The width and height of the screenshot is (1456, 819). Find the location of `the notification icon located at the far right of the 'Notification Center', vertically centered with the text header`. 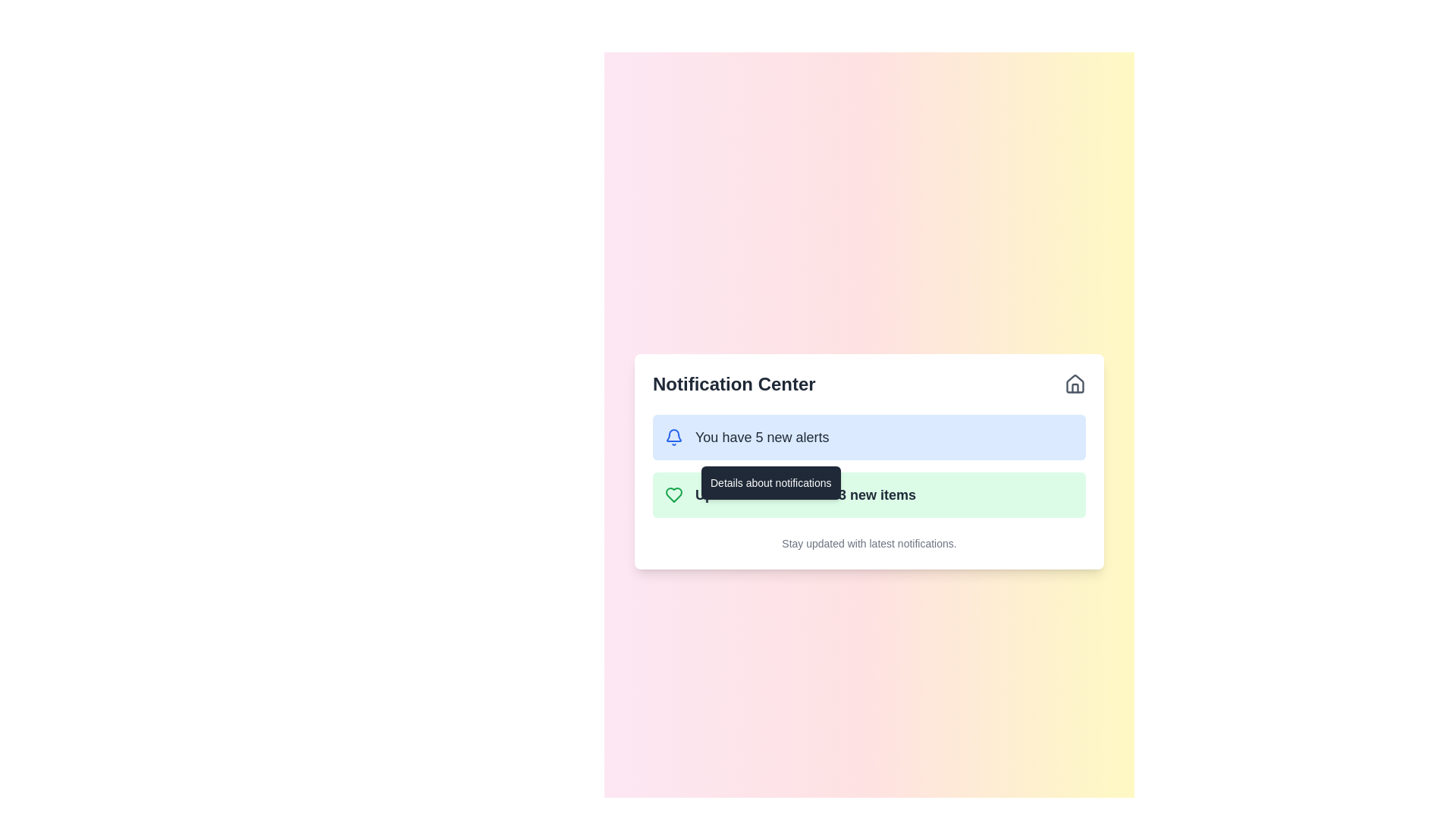

the notification icon located at the far right of the 'Notification Center', vertically centered with the text header is located at coordinates (1074, 383).